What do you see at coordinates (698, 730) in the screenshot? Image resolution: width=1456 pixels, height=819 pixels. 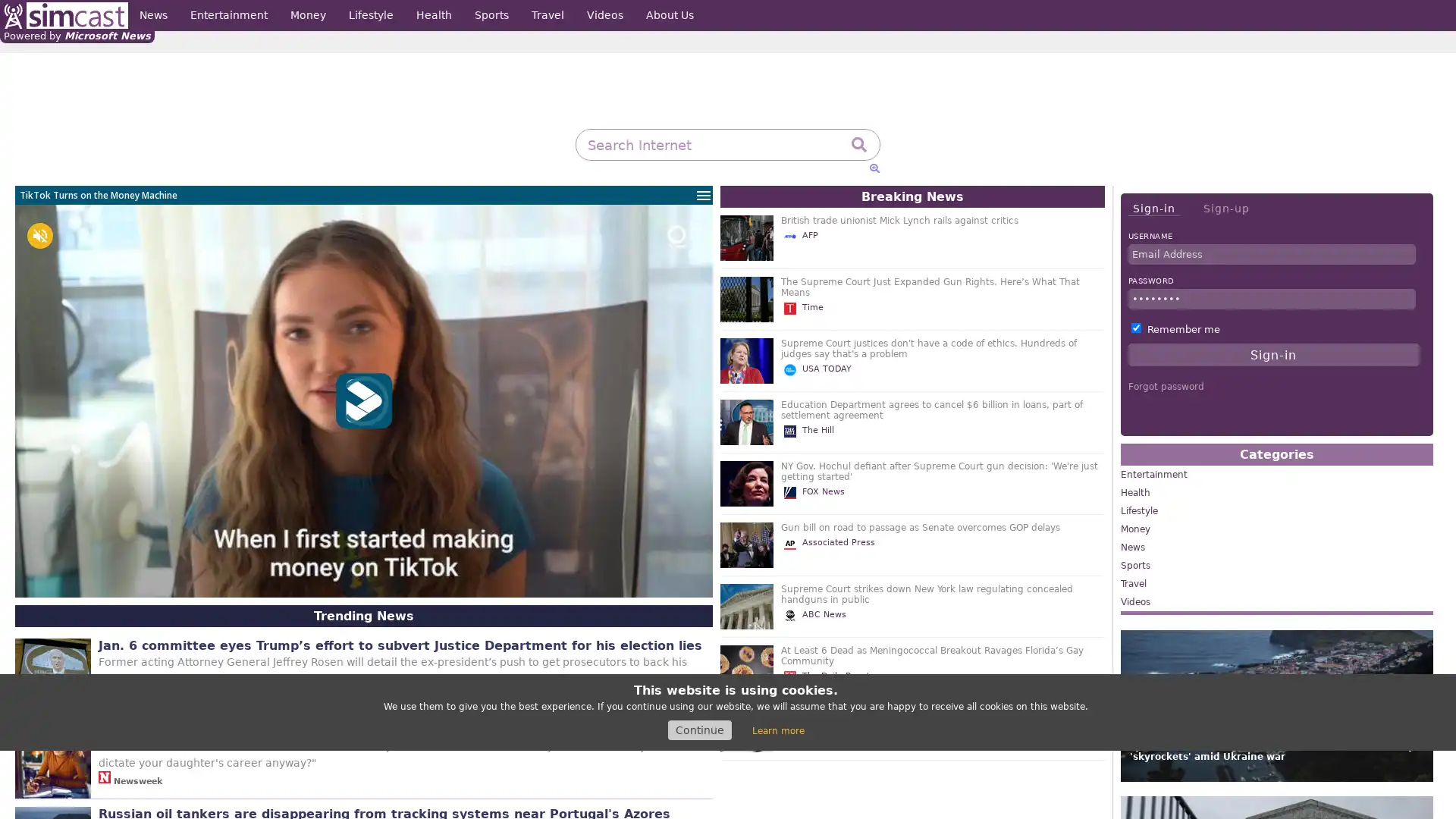 I see `Continue` at bounding box center [698, 730].